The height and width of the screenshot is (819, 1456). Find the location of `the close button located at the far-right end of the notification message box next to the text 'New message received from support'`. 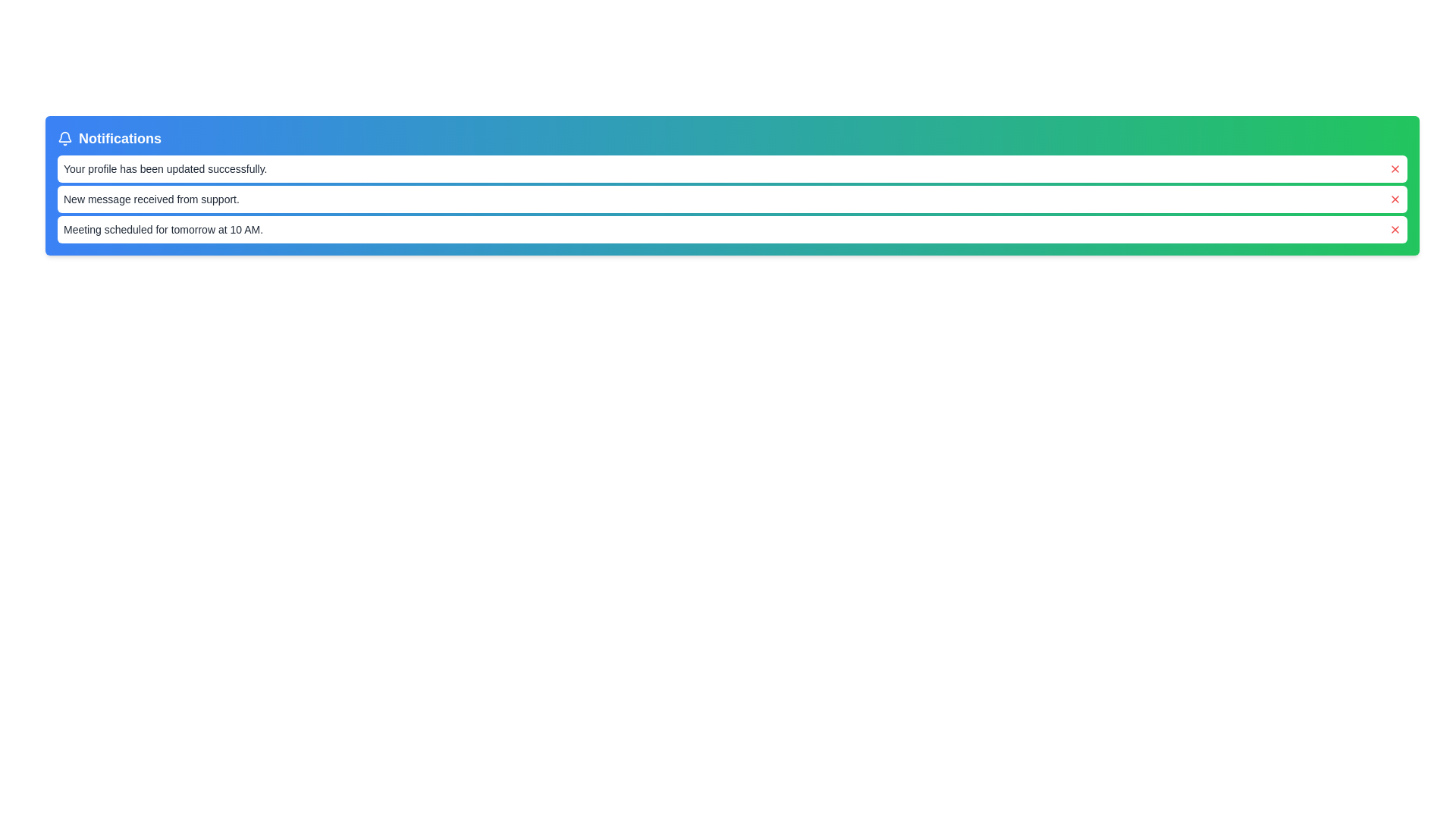

the close button located at the far-right end of the notification message box next to the text 'New message received from support' is located at coordinates (1395, 198).